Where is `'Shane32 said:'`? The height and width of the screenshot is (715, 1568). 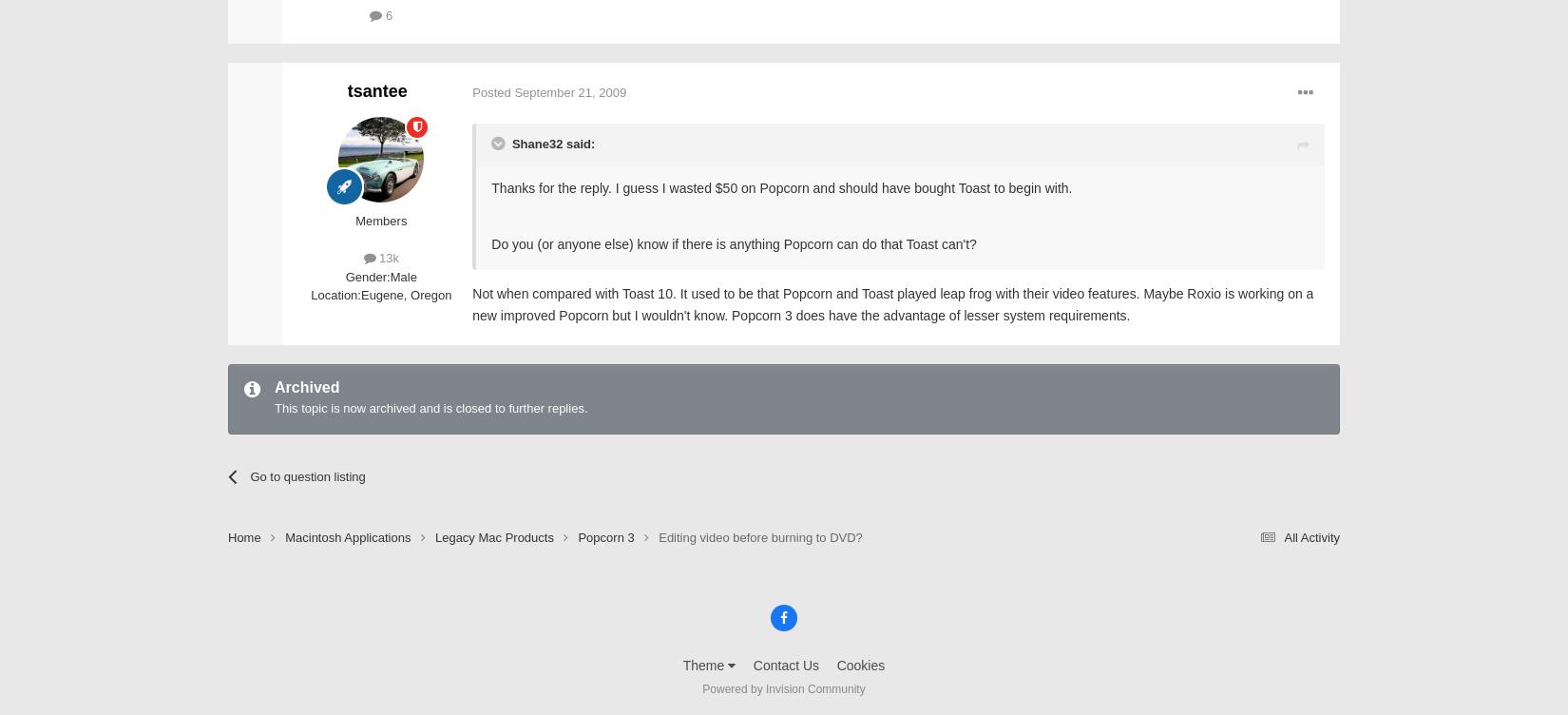 'Shane32 said:' is located at coordinates (551, 143).